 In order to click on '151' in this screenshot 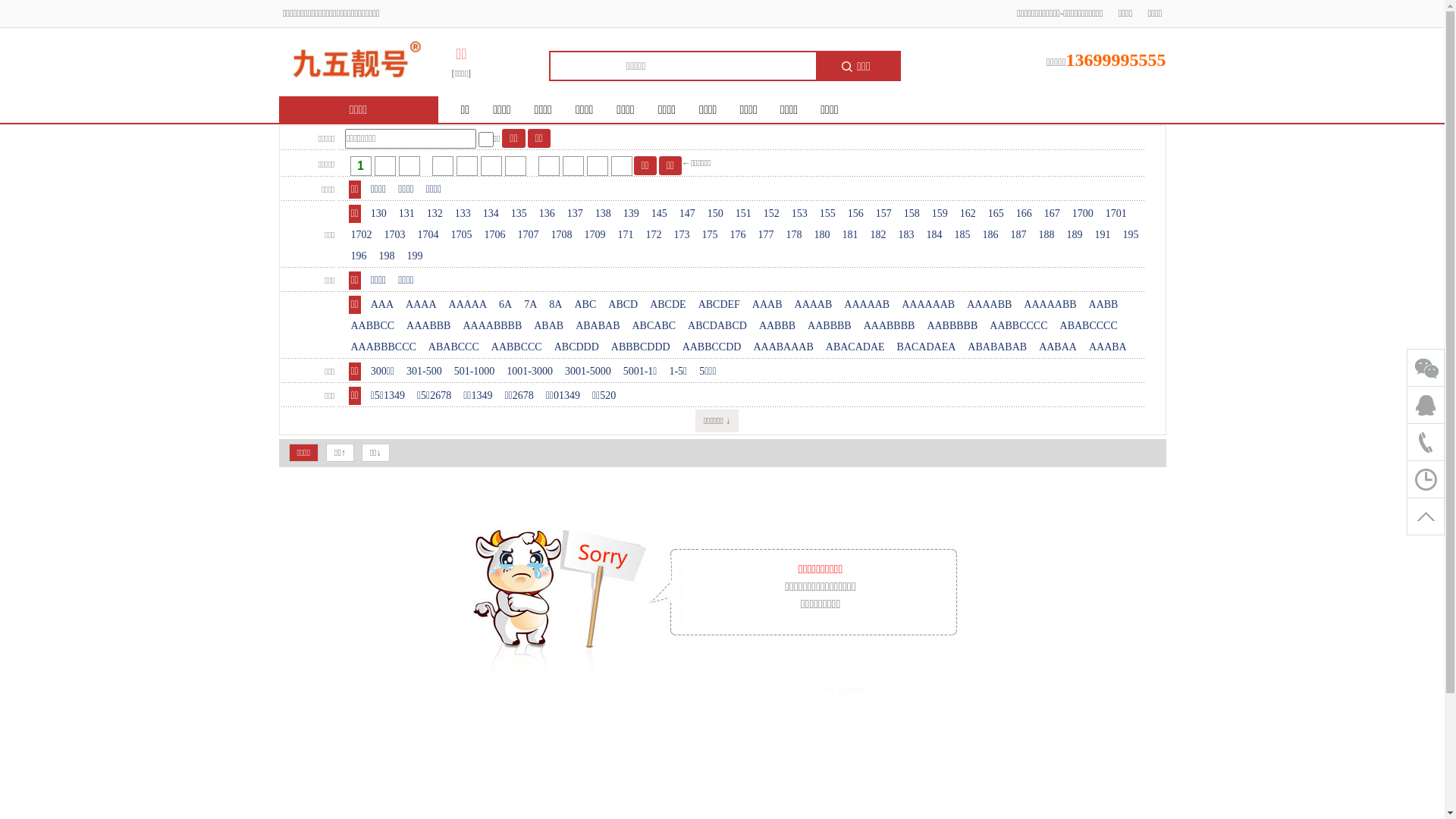, I will do `click(733, 213)`.